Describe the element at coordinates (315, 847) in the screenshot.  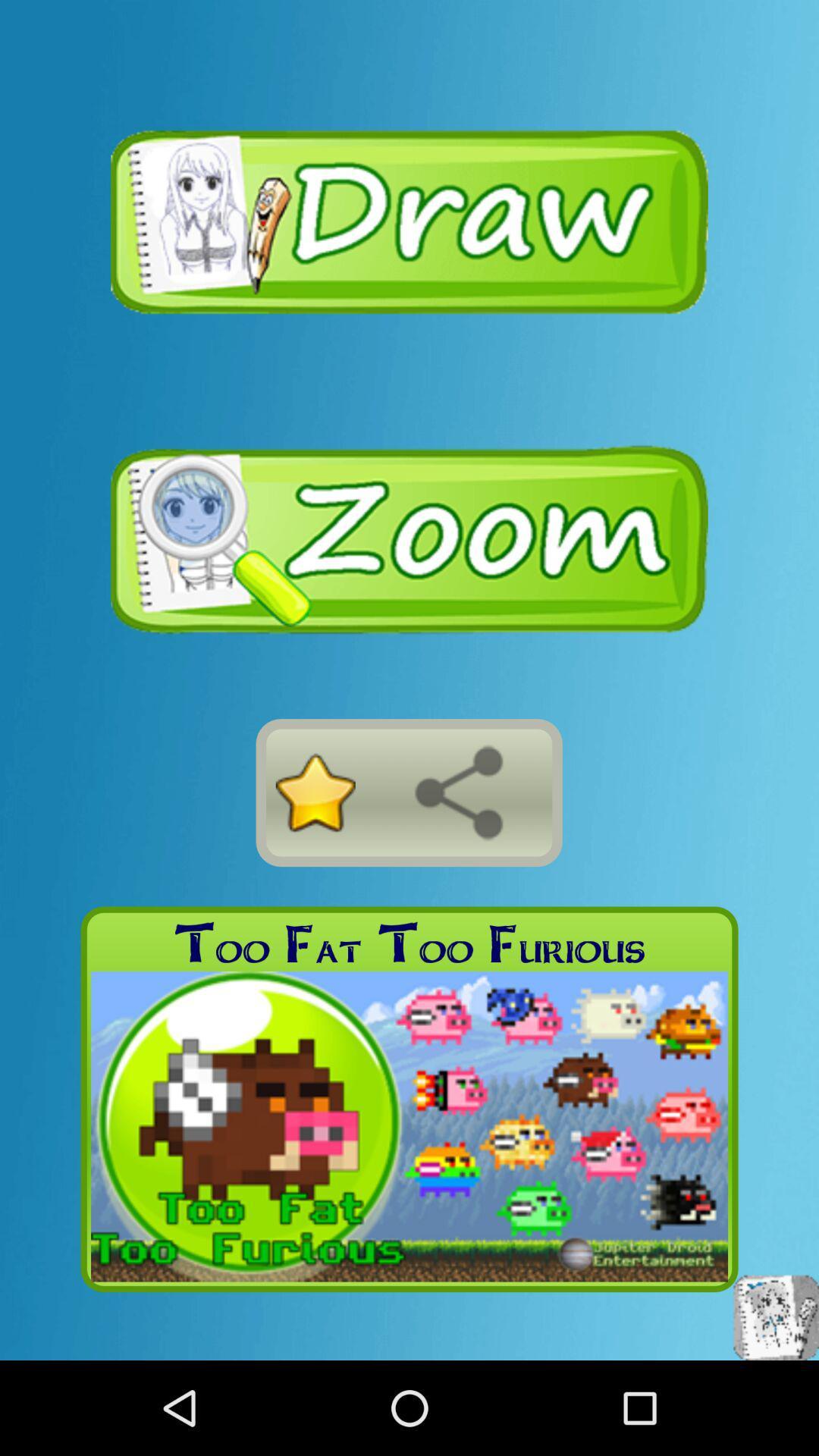
I see `the star icon` at that location.